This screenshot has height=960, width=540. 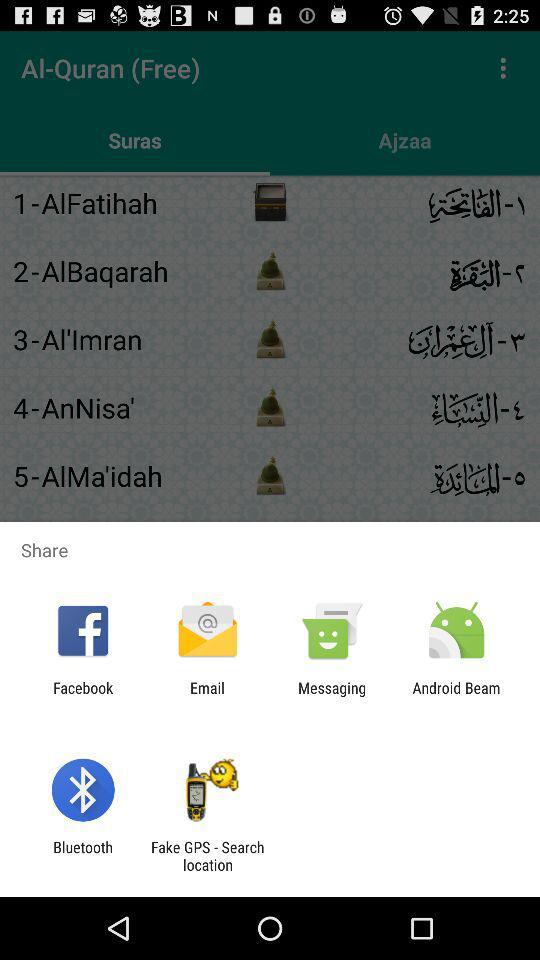 What do you see at coordinates (456, 696) in the screenshot?
I see `the android beam item` at bounding box center [456, 696].